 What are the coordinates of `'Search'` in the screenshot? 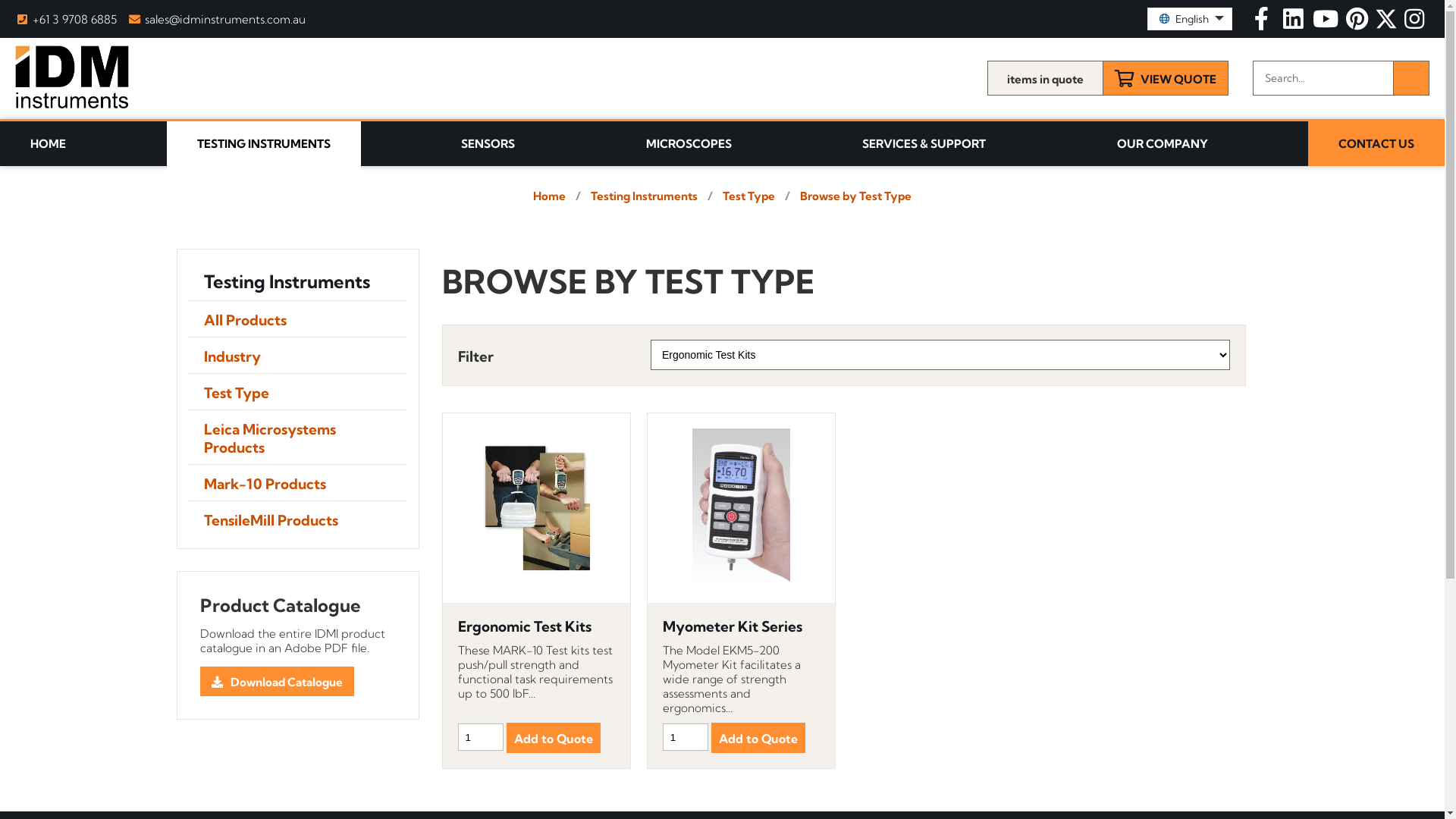 It's located at (1410, 78).